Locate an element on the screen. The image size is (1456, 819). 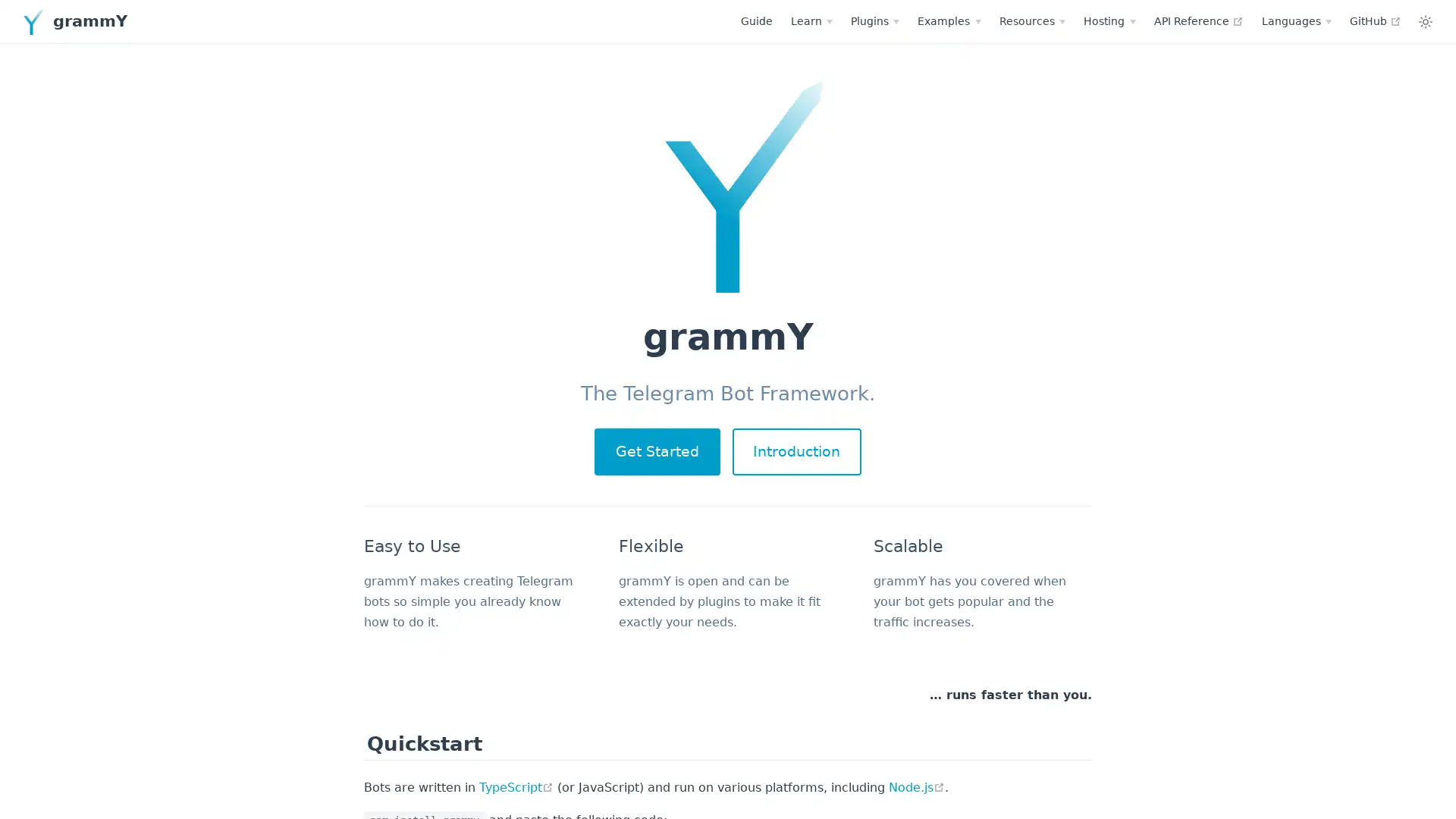
Plugins is located at coordinates (741, 20).